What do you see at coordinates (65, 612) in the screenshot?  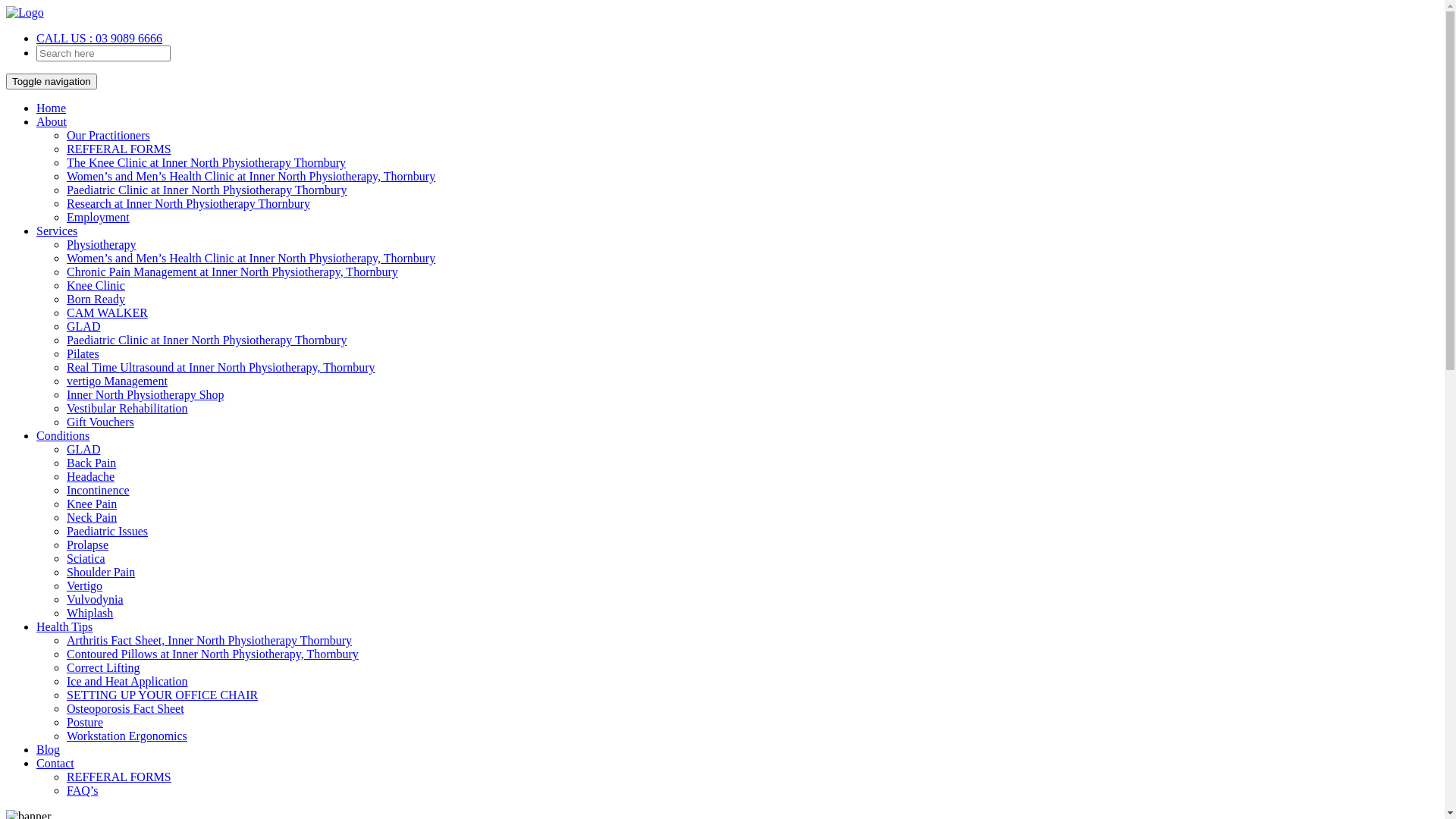 I see `'Whiplash'` at bounding box center [65, 612].